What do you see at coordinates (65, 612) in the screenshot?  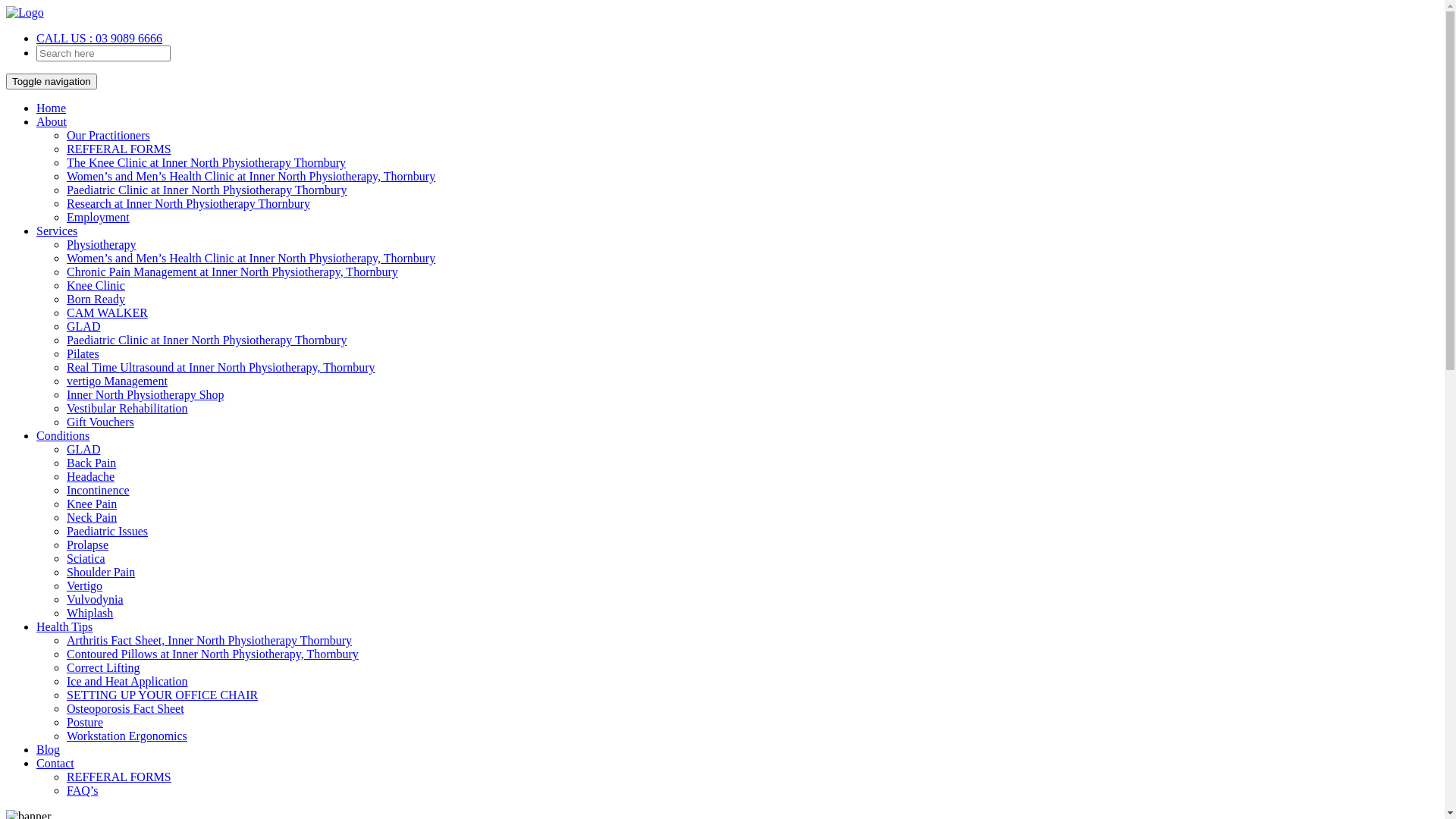 I see `'Whiplash'` at bounding box center [65, 612].